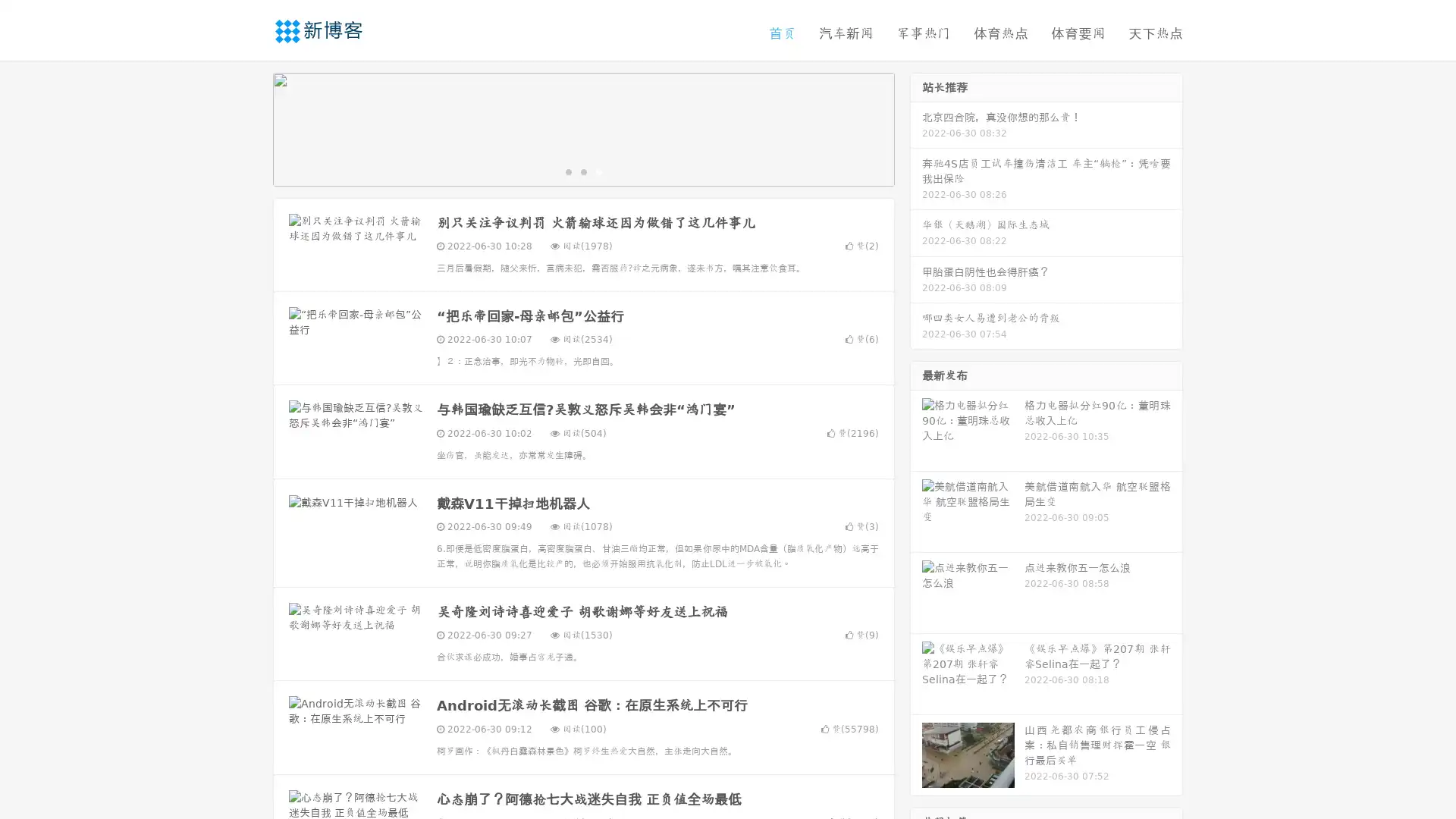 The height and width of the screenshot is (819, 1456). What do you see at coordinates (916, 127) in the screenshot?
I see `Next slide` at bounding box center [916, 127].